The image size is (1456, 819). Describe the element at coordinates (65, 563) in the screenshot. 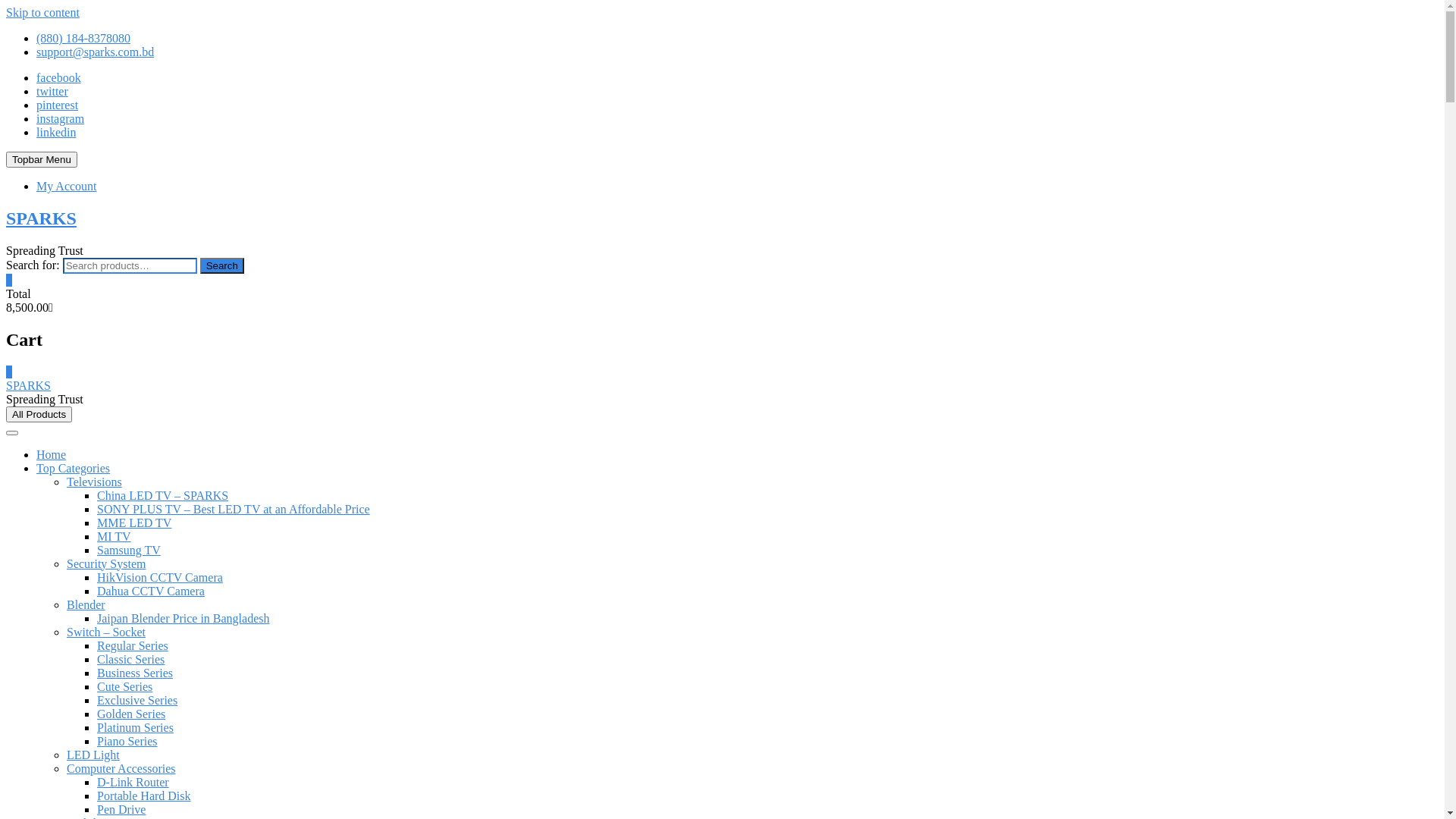

I see `'Security System'` at that location.